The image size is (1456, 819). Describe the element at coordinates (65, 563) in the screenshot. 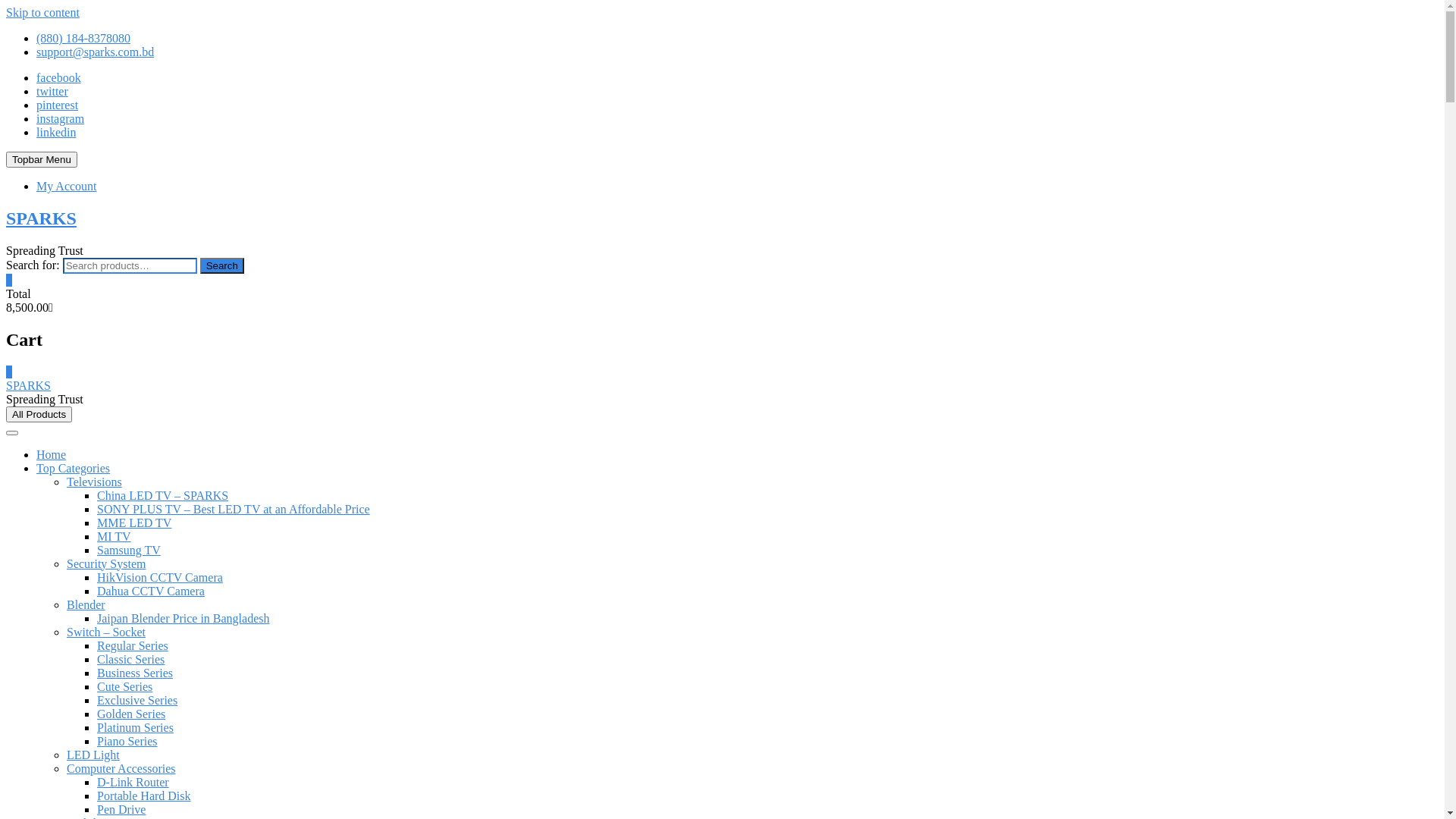

I see `'Security System'` at that location.